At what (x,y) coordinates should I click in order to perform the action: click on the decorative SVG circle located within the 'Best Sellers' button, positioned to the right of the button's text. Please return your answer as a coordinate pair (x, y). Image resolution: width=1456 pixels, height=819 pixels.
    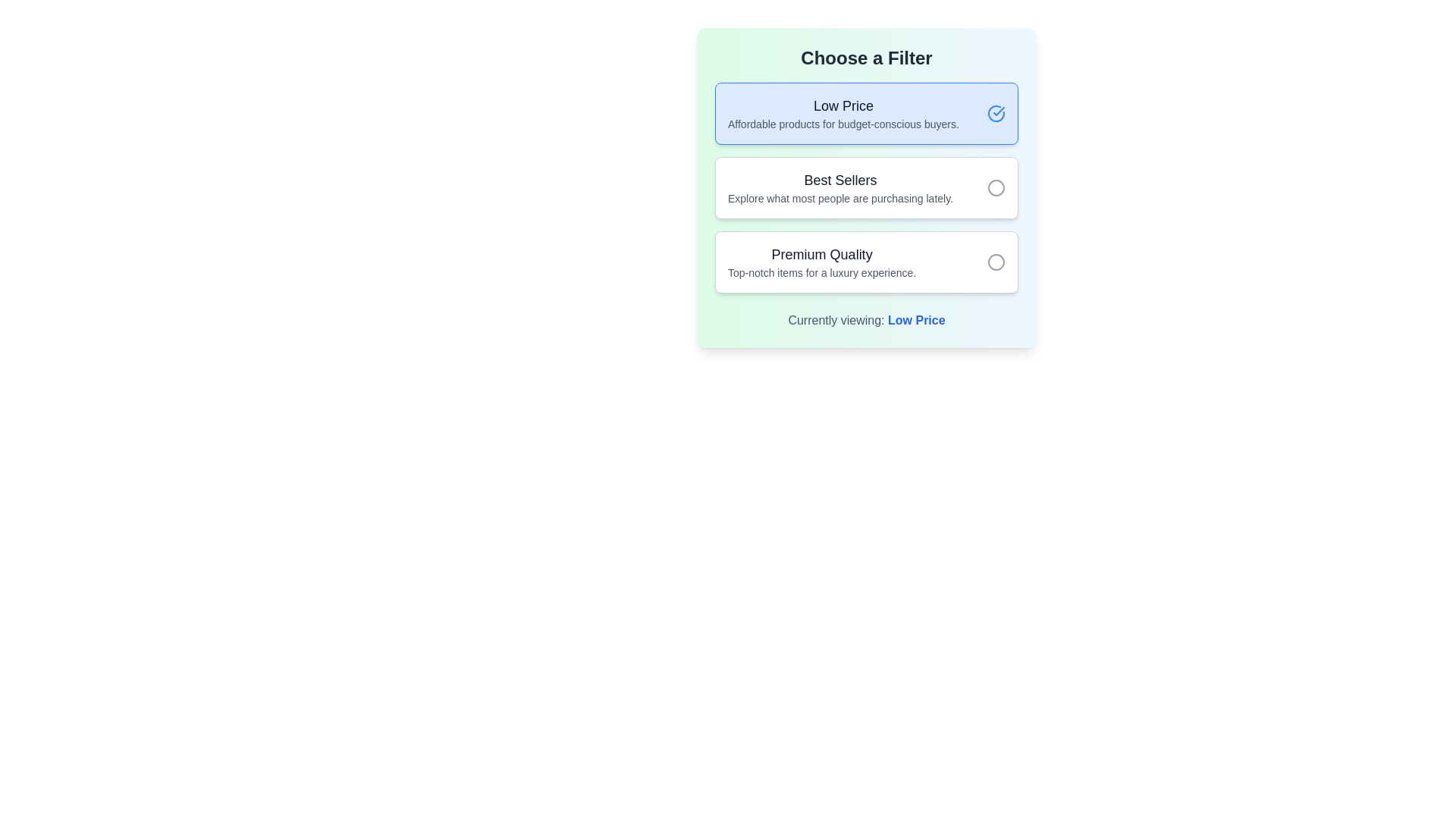
    Looking at the image, I should click on (996, 187).